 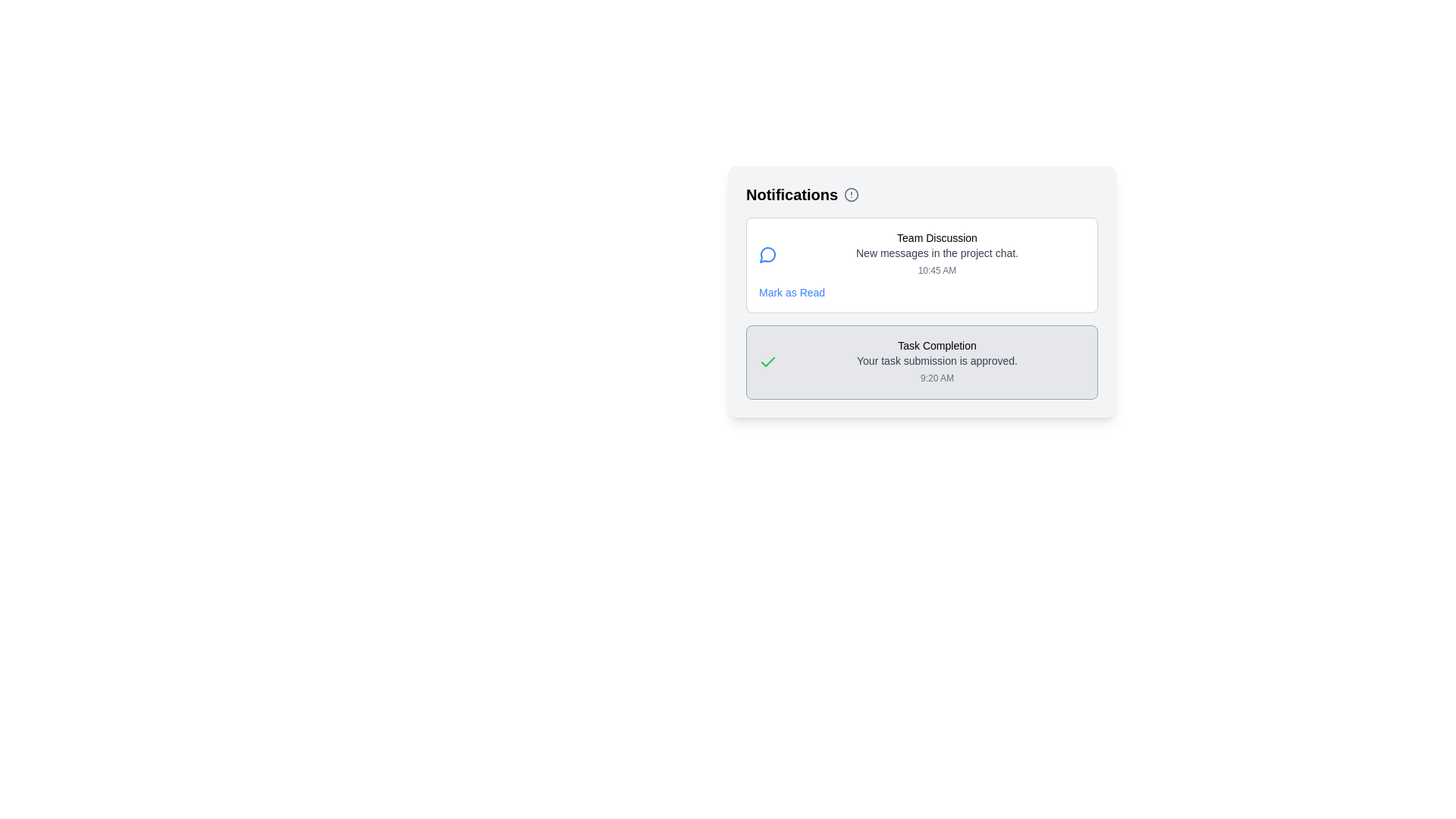 What do you see at coordinates (937, 360) in the screenshot?
I see `the text label confirming task submission approval, located in the Notifications panel below the title 'Task Completion' and above the timestamp '9:20 AM'` at bounding box center [937, 360].